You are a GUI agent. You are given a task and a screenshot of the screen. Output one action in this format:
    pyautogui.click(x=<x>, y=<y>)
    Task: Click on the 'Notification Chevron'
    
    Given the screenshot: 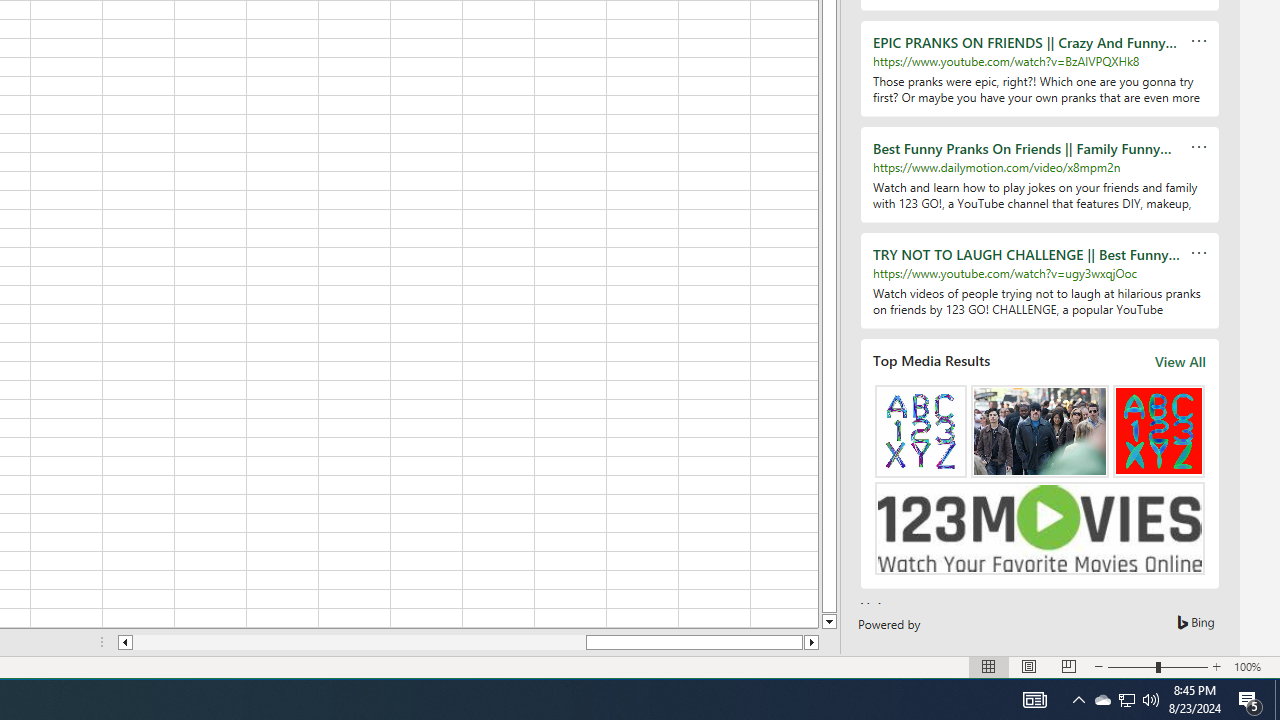 What is the action you would take?
    pyautogui.click(x=1078, y=698)
    